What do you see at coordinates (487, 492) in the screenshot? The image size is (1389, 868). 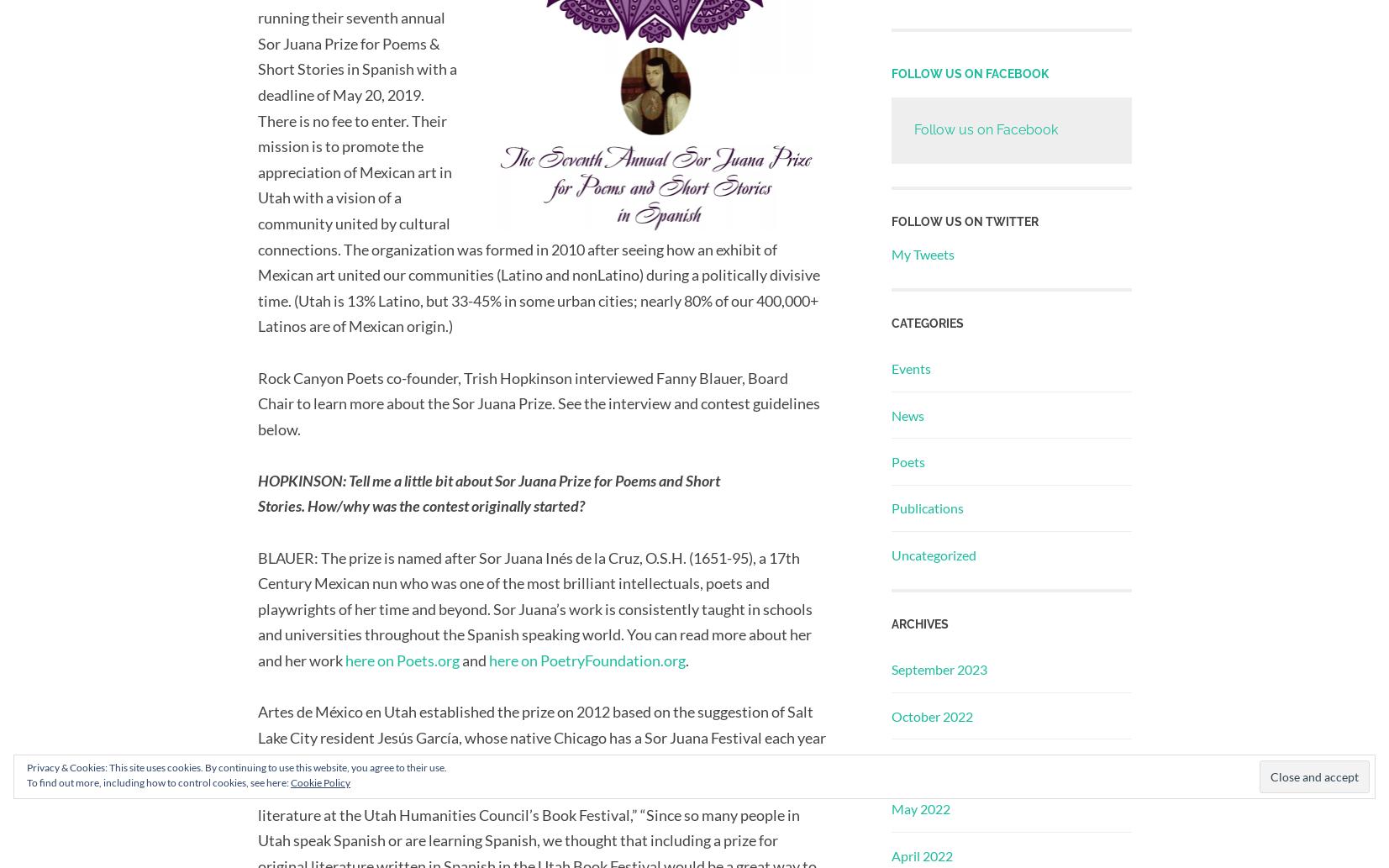 I see `'HOPKINSON: Tell me a little bit about Sor Juana Prize for Poems and Short Stories. How/why was the contest originally started?'` at bounding box center [487, 492].